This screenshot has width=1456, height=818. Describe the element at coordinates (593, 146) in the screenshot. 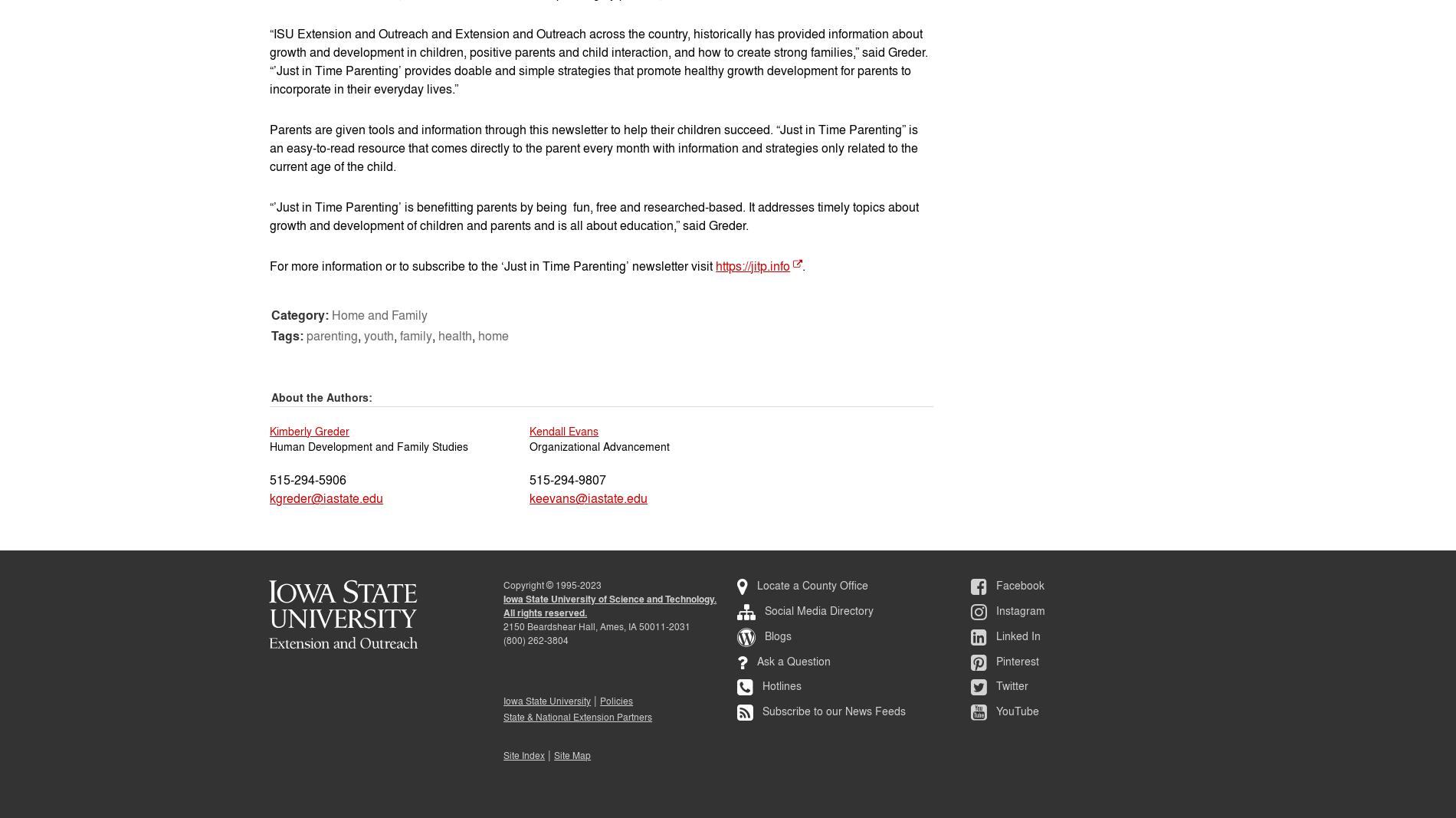

I see `'Parents are given tools and information through this newsletter to help their children succeed. “Just in Time Parenting” is an easy-to-read resource that comes directly to the parent every month with information and strategies only related to the current age of the child.'` at that location.